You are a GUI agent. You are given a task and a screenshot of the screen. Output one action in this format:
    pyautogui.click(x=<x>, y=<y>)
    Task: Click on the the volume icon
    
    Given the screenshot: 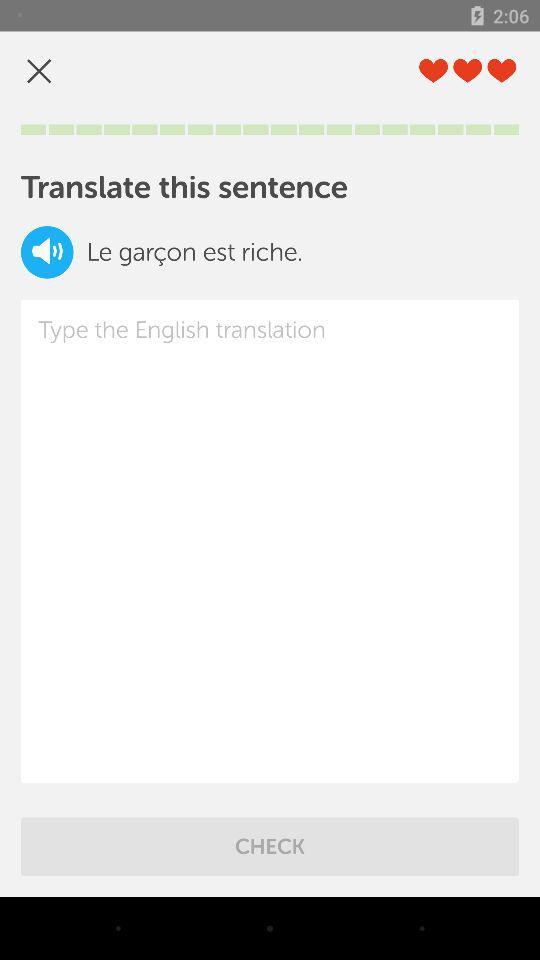 What is the action you would take?
    pyautogui.click(x=47, y=251)
    